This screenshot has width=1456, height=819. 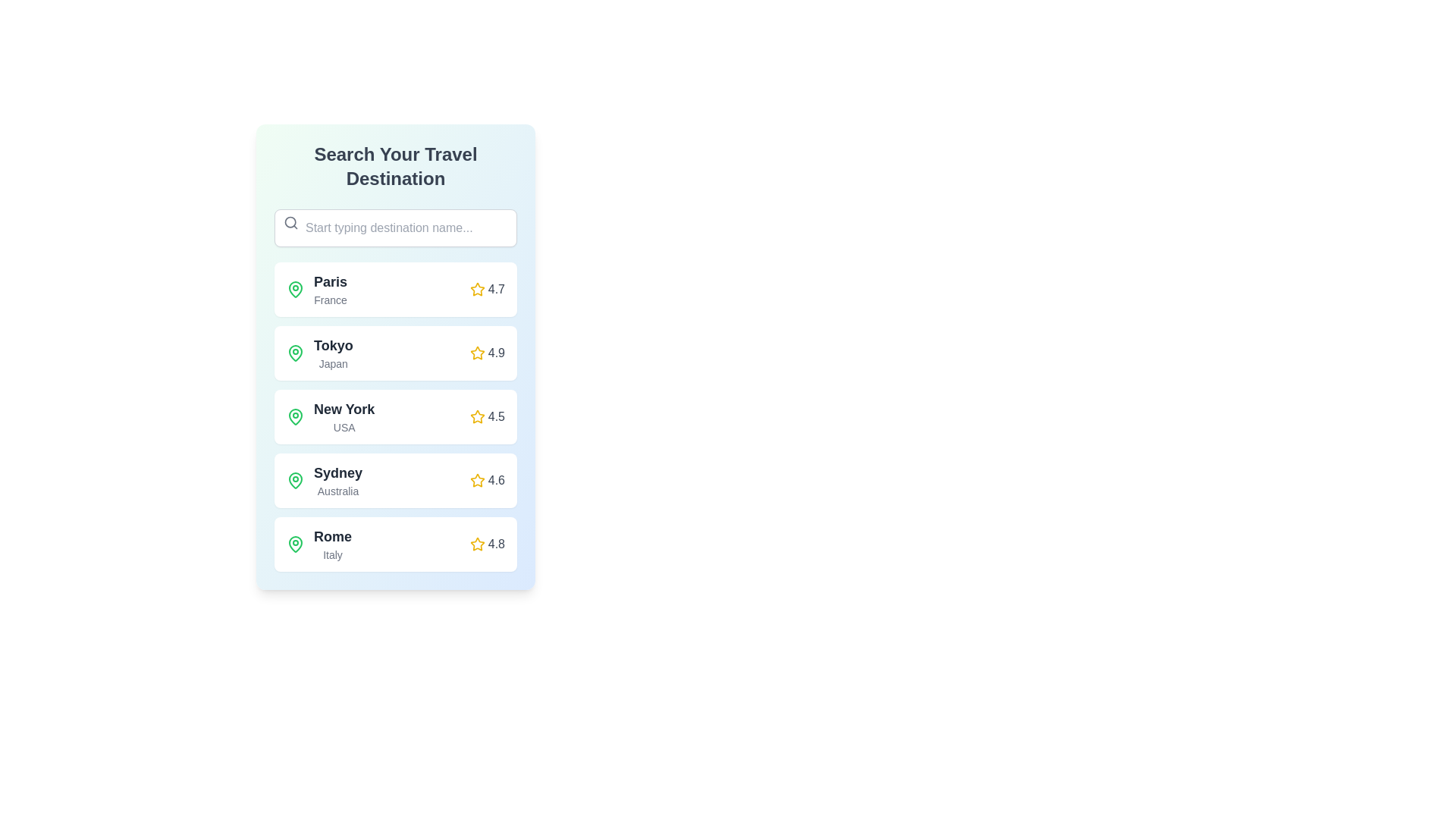 What do you see at coordinates (291, 222) in the screenshot?
I see `the magnifying glass icon located within the search input field to initiate the search operation` at bounding box center [291, 222].